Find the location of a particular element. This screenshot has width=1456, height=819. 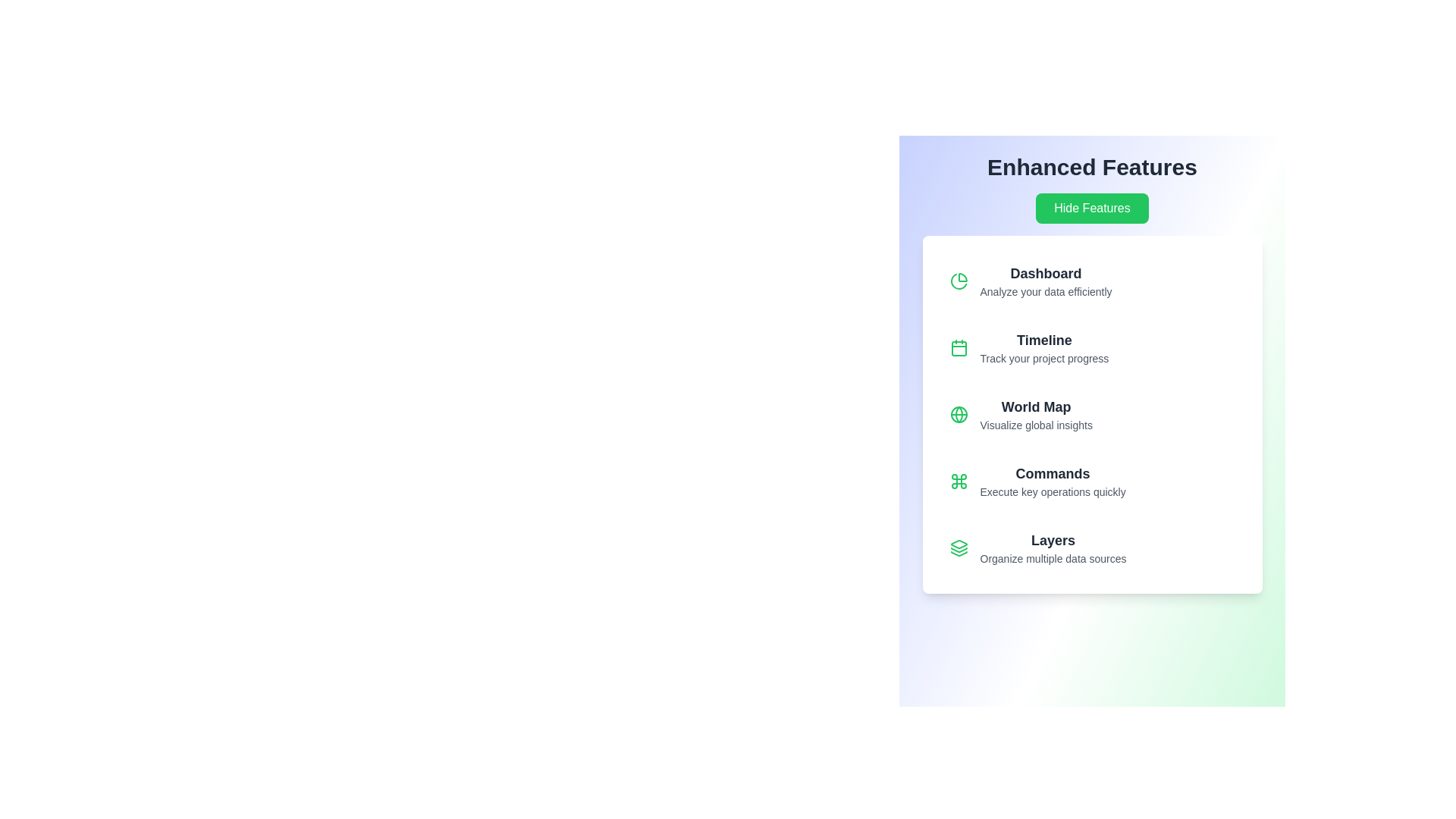

the menu item labeled World Map is located at coordinates (1092, 415).